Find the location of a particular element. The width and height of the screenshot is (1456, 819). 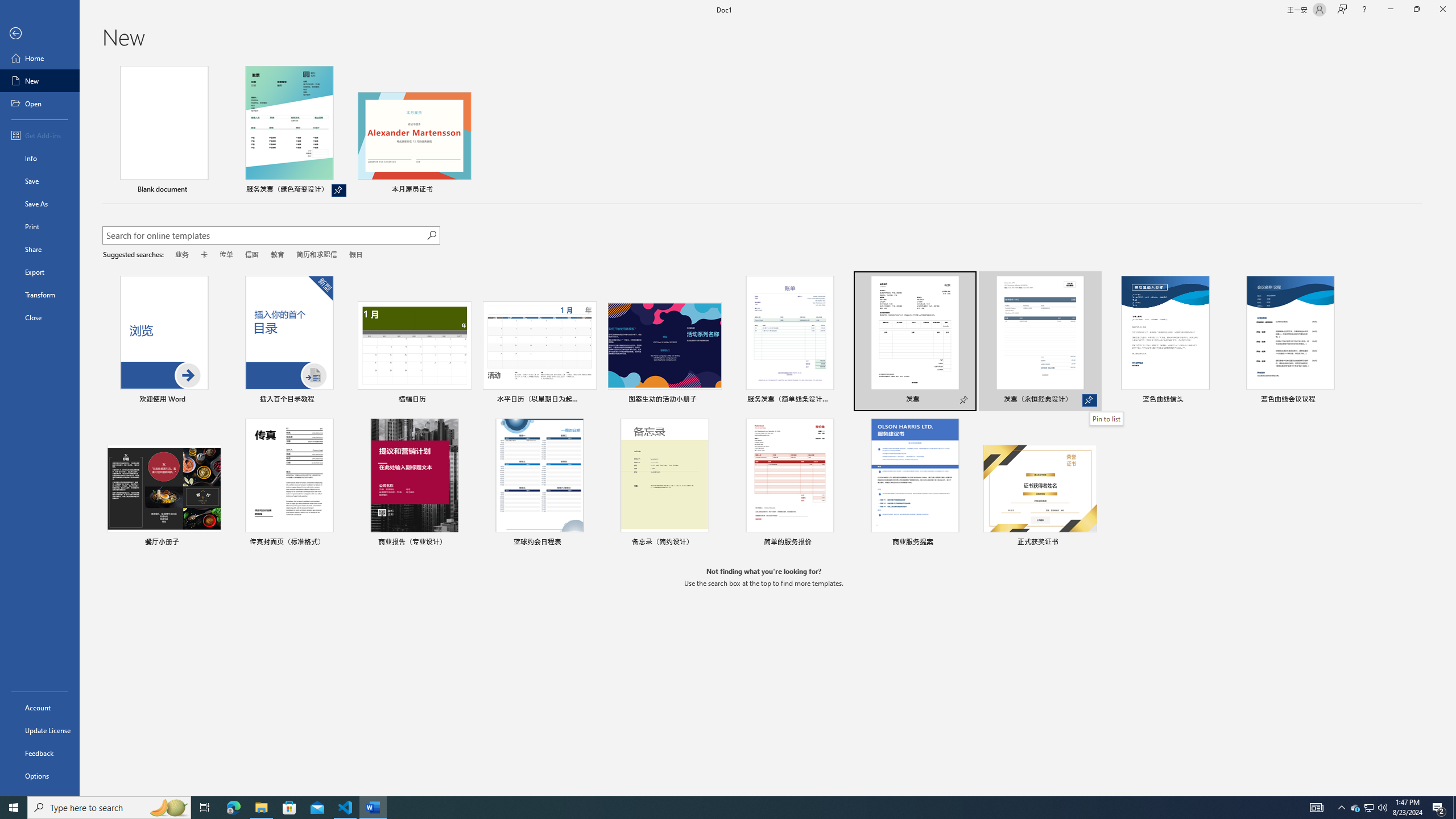

'Export' is located at coordinates (39, 272).